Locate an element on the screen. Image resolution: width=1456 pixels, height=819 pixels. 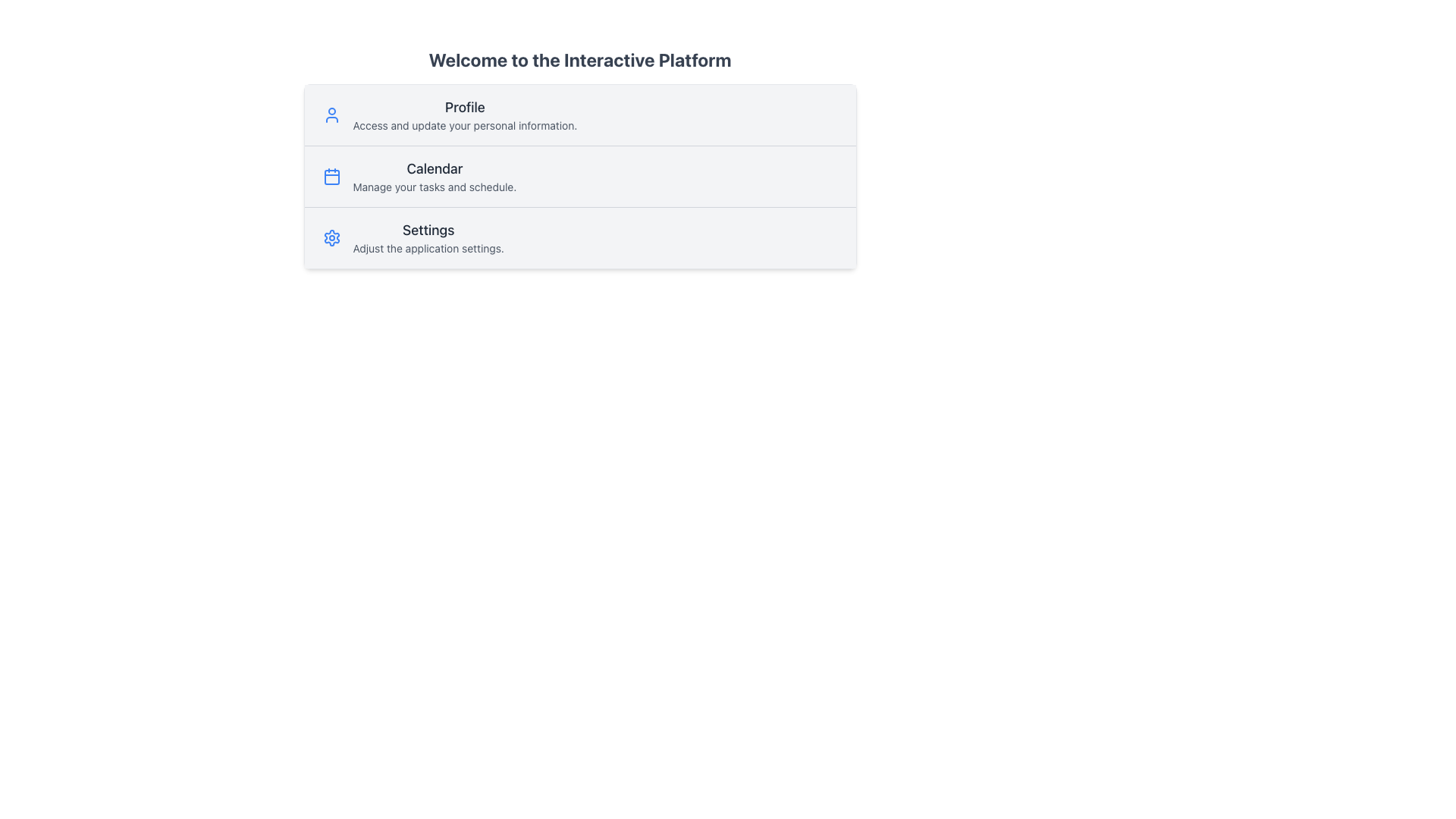
the informational label set displaying 'Settings' and 'Adjust the application settings', which is the third item in a vertical list of options is located at coordinates (428, 237).